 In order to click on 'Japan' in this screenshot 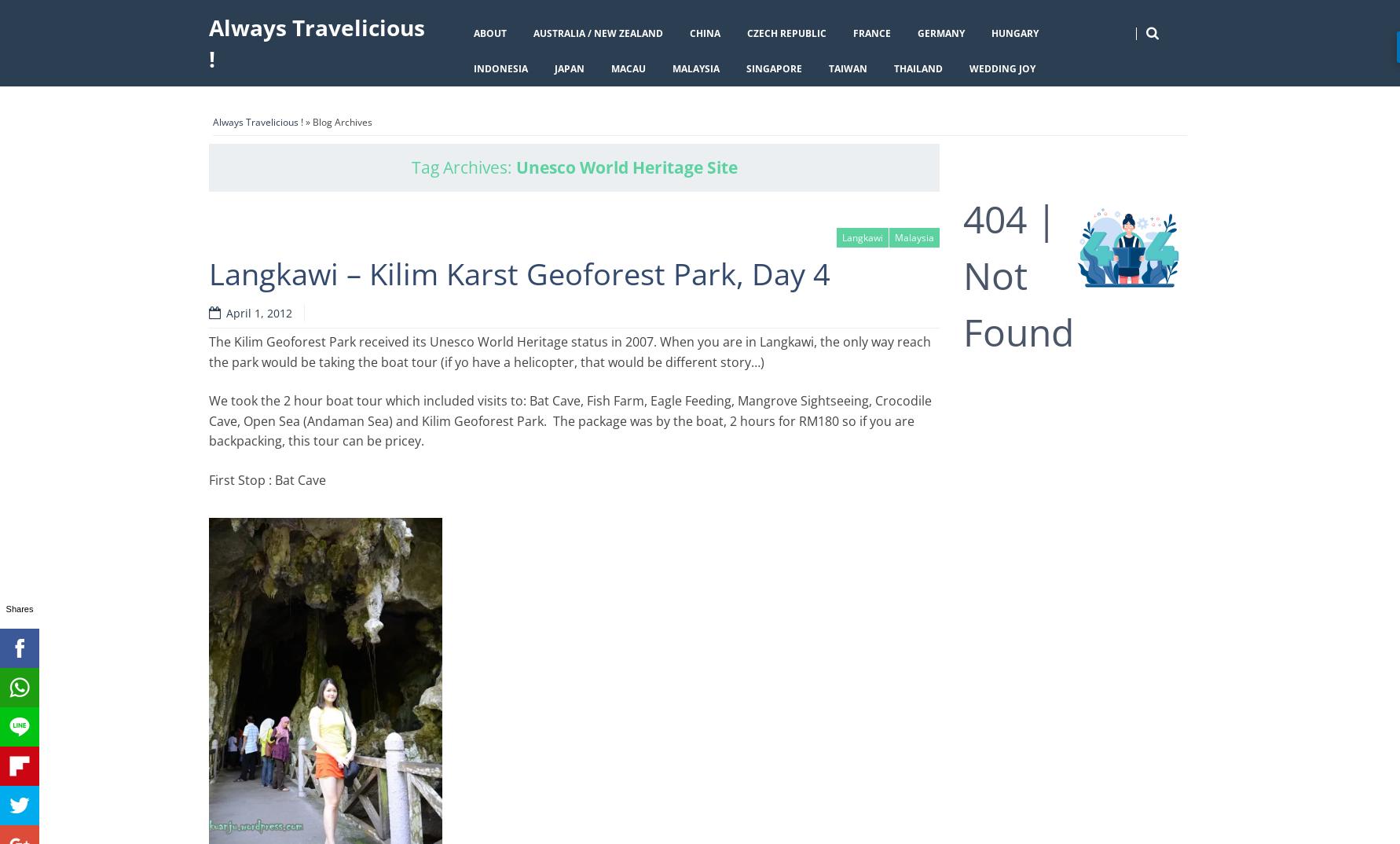, I will do `click(569, 68)`.